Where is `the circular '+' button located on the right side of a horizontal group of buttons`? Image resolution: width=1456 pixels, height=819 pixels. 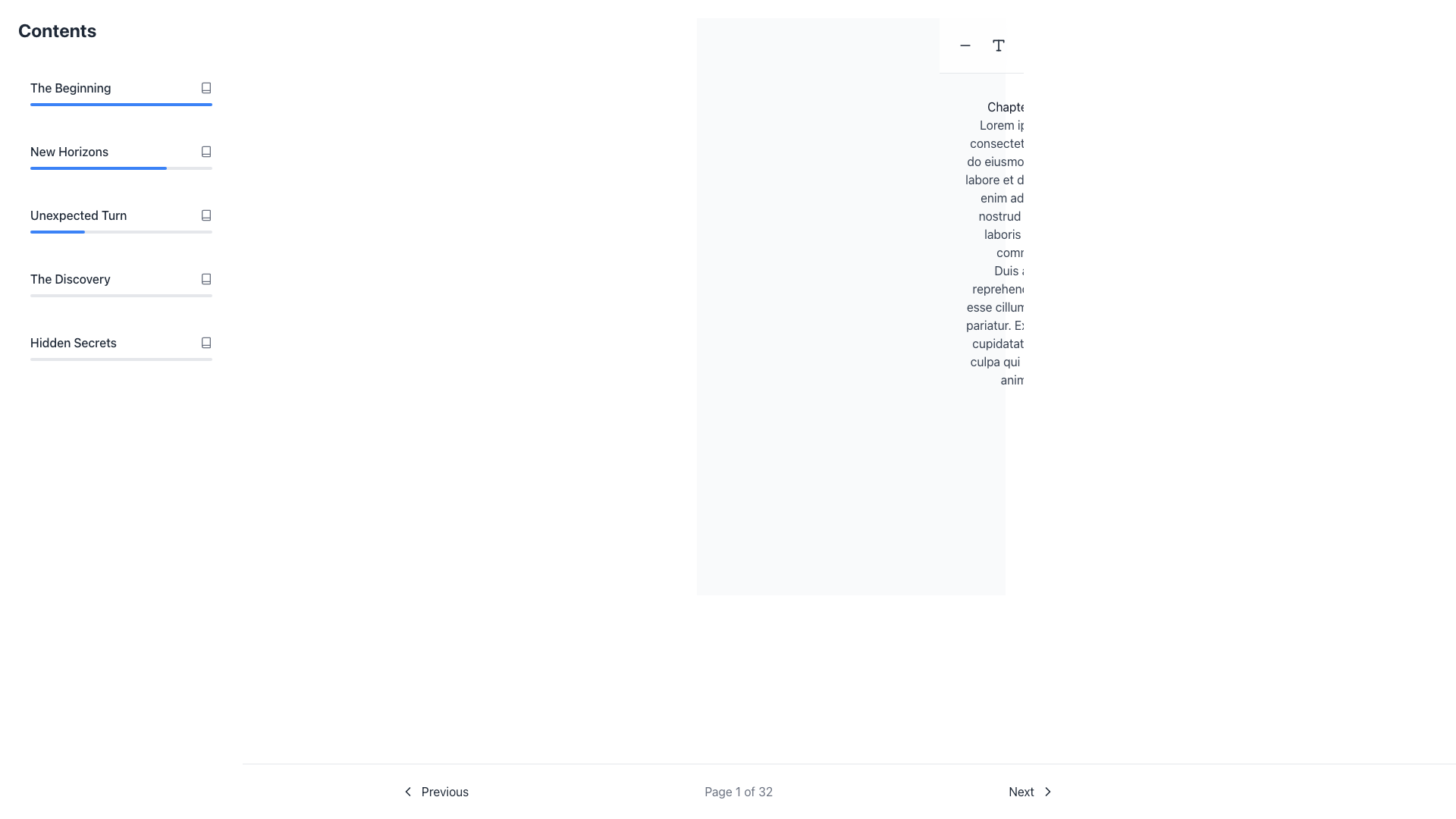
the circular '+' button located on the right side of a horizontal group of buttons is located at coordinates (1031, 45).